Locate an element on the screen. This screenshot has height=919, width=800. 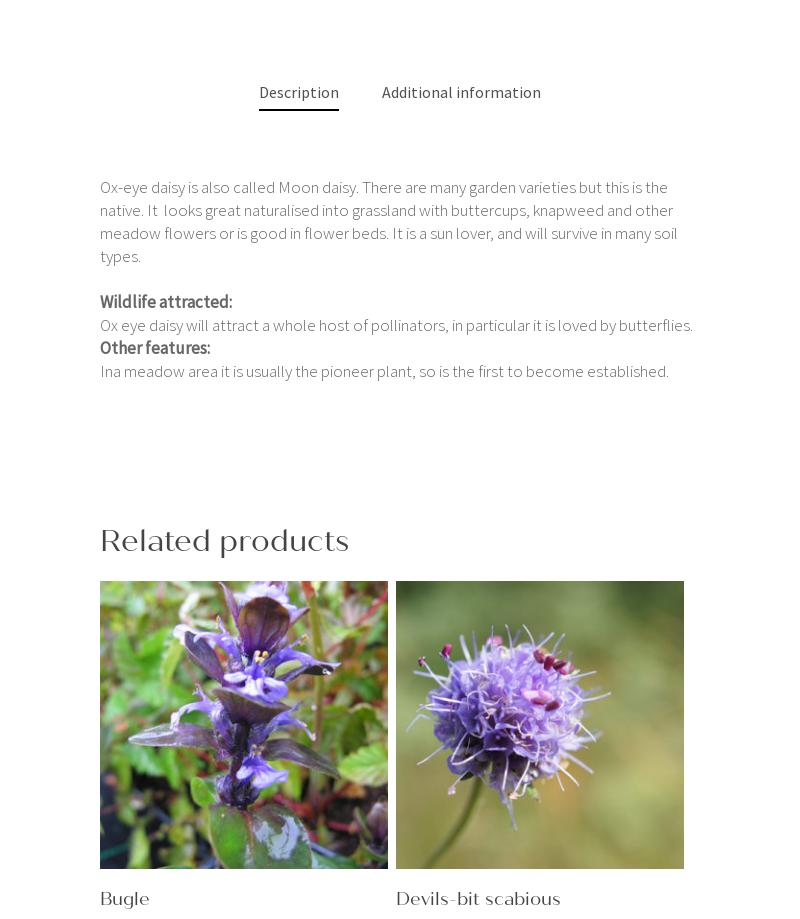
'Related products' is located at coordinates (100, 539).